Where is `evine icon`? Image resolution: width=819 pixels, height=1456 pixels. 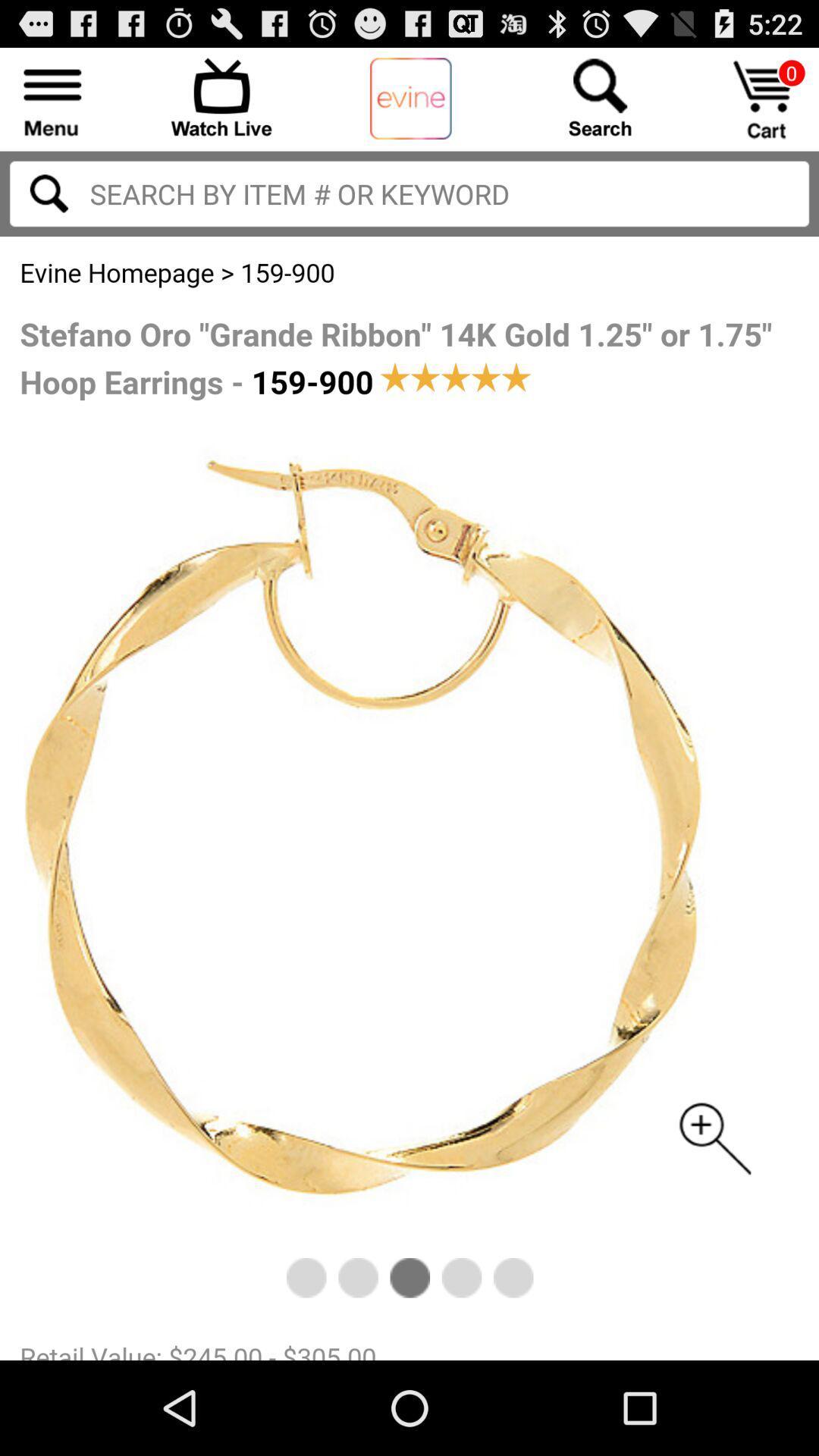 evine icon is located at coordinates (410, 99).